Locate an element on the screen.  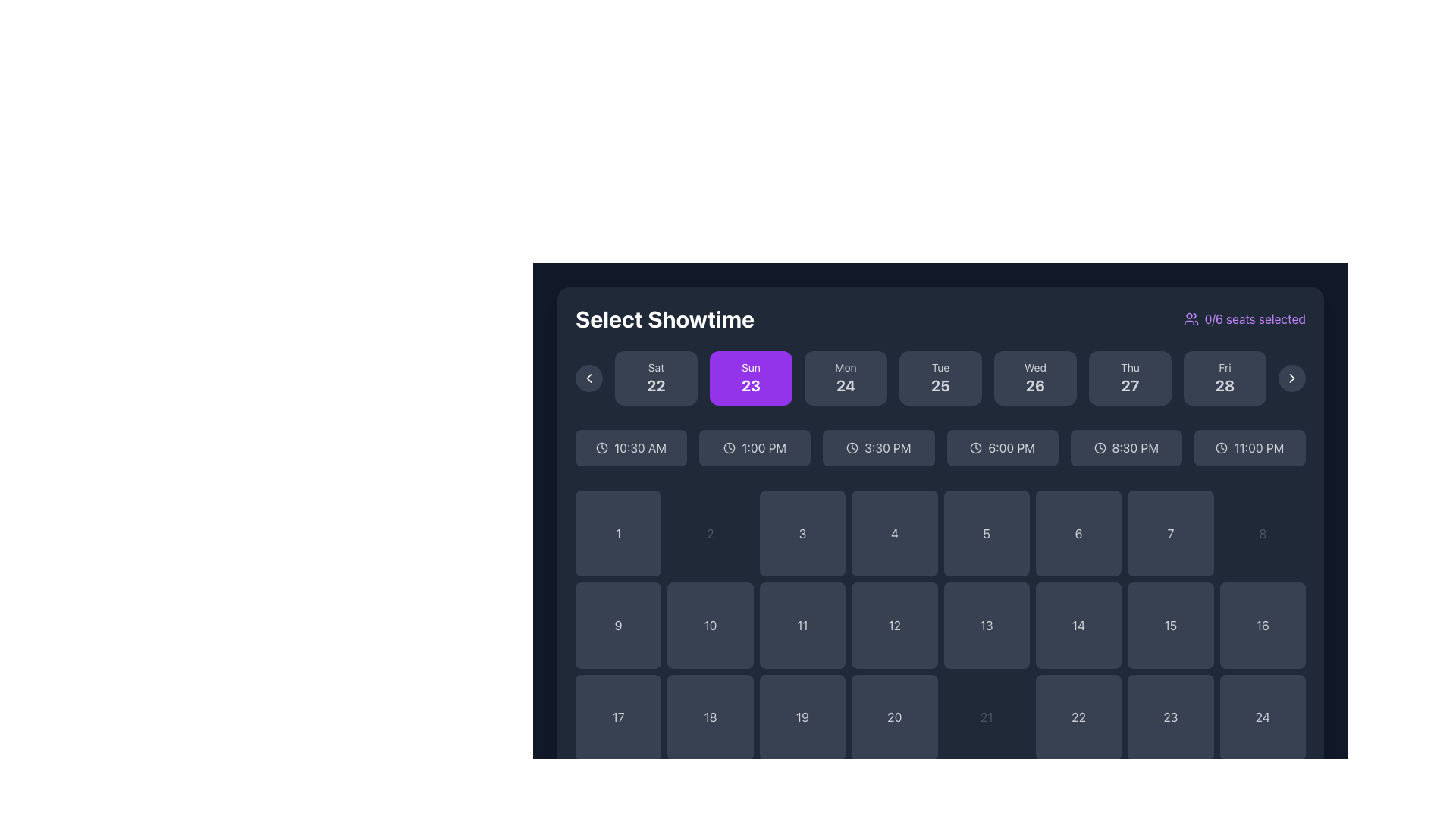
the small, circular button with a dark gray background and a white leftward-pointing chevron icon is located at coordinates (588, 377).